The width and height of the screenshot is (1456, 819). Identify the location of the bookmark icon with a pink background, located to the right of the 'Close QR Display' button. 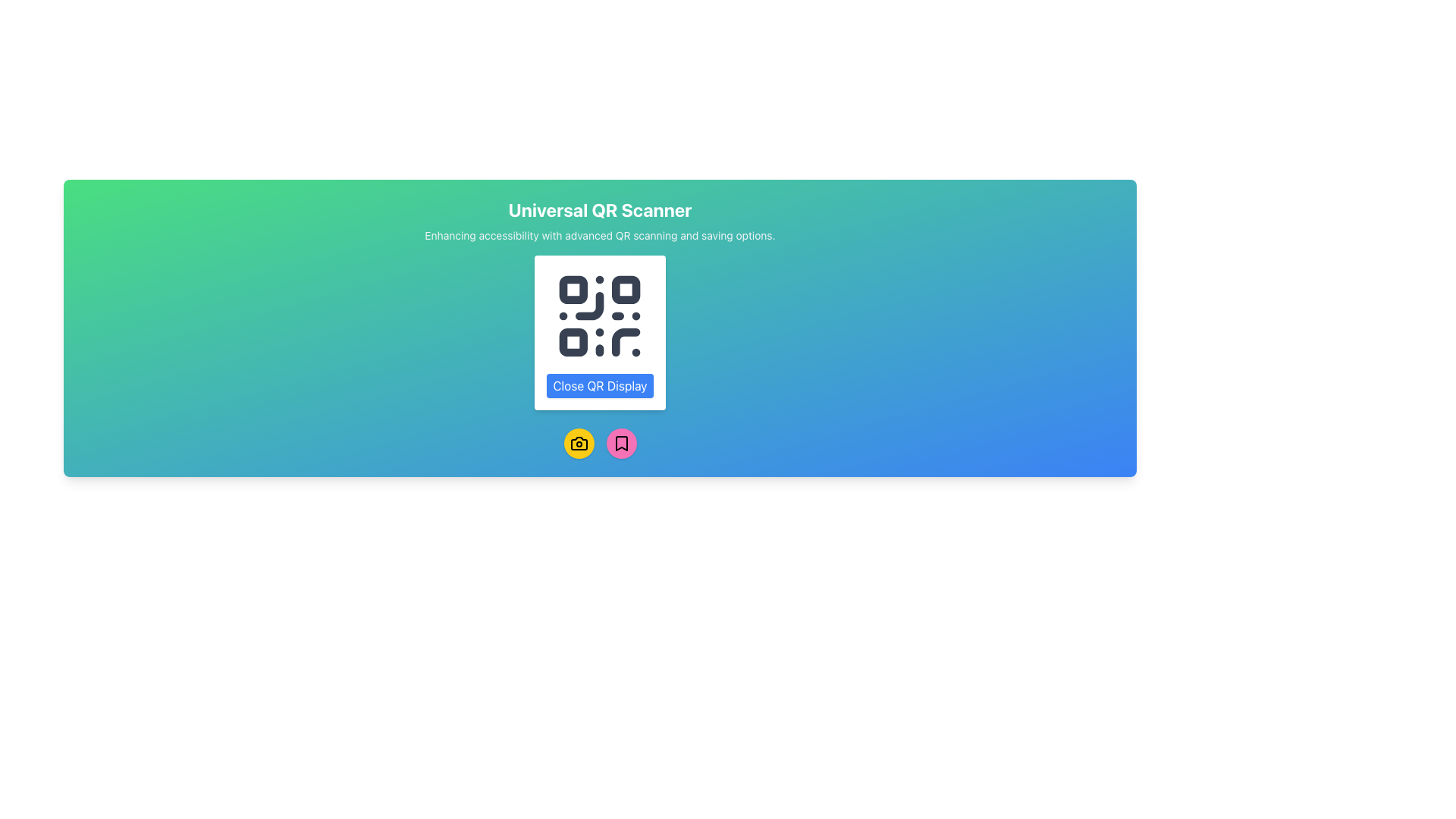
(621, 444).